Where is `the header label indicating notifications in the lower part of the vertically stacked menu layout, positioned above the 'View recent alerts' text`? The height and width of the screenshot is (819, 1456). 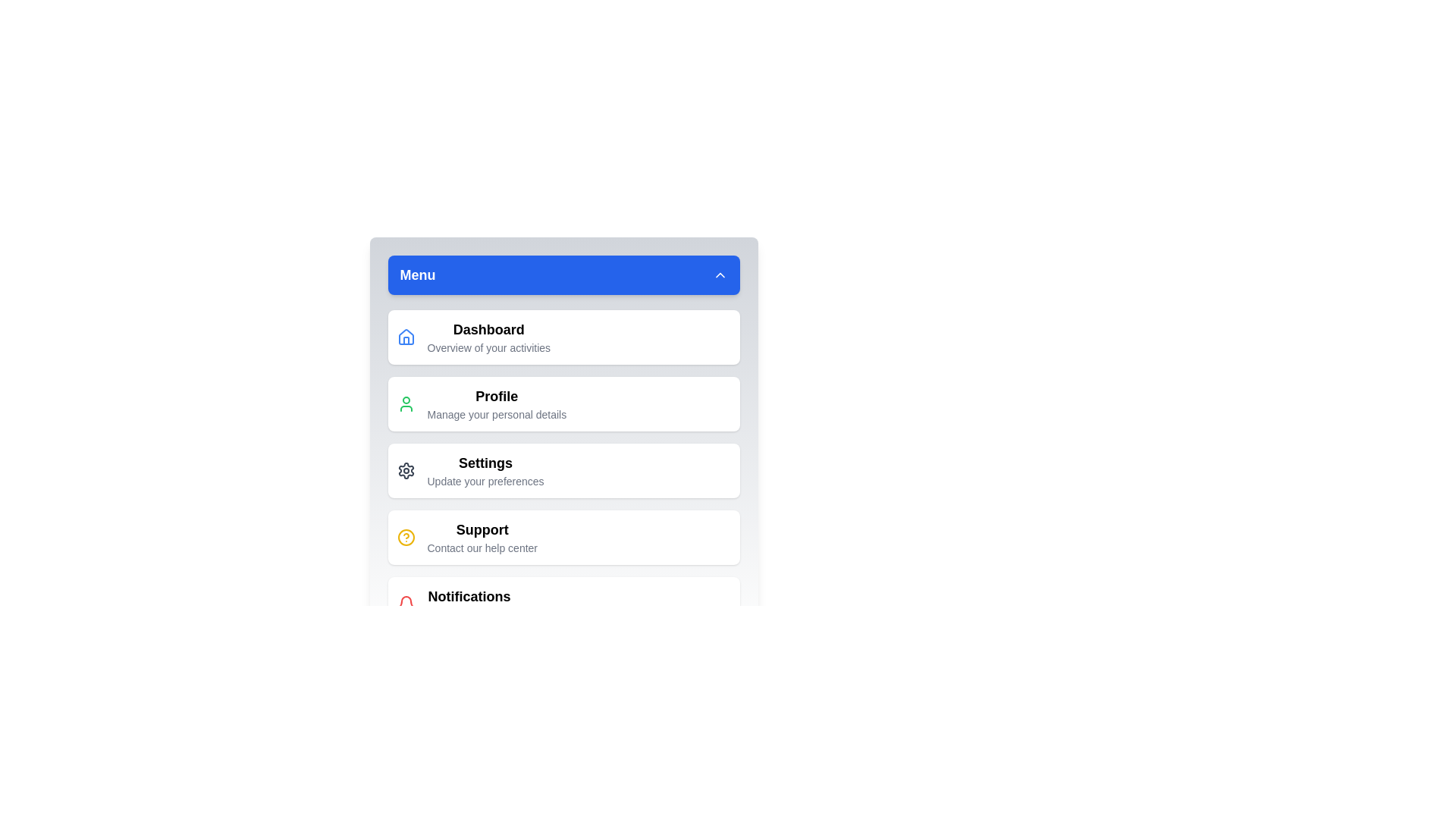 the header label indicating notifications in the lower part of the vertically stacked menu layout, positioned above the 'View recent alerts' text is located at coordinates (469, 595).